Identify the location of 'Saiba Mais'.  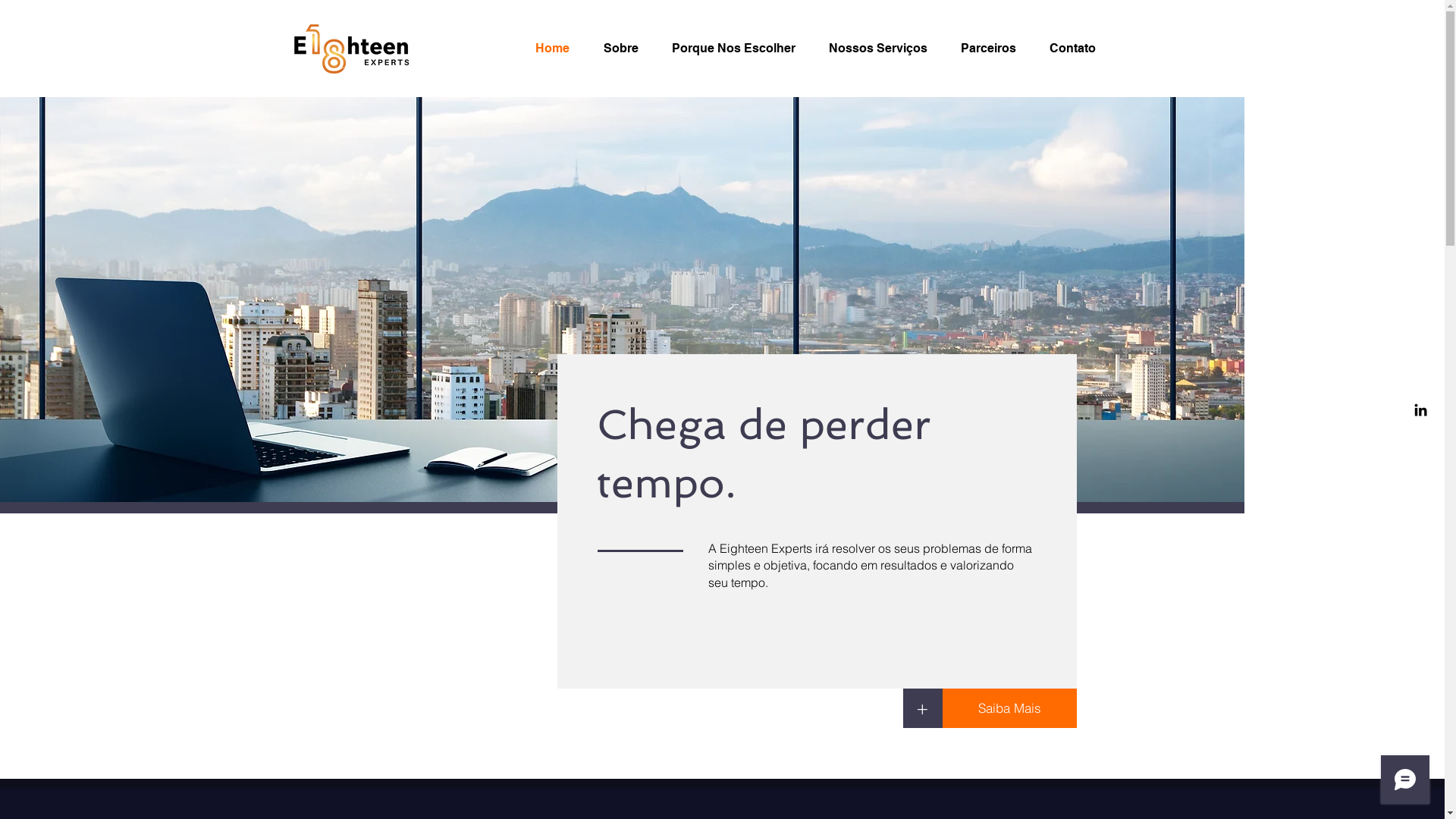
(1009, 708).